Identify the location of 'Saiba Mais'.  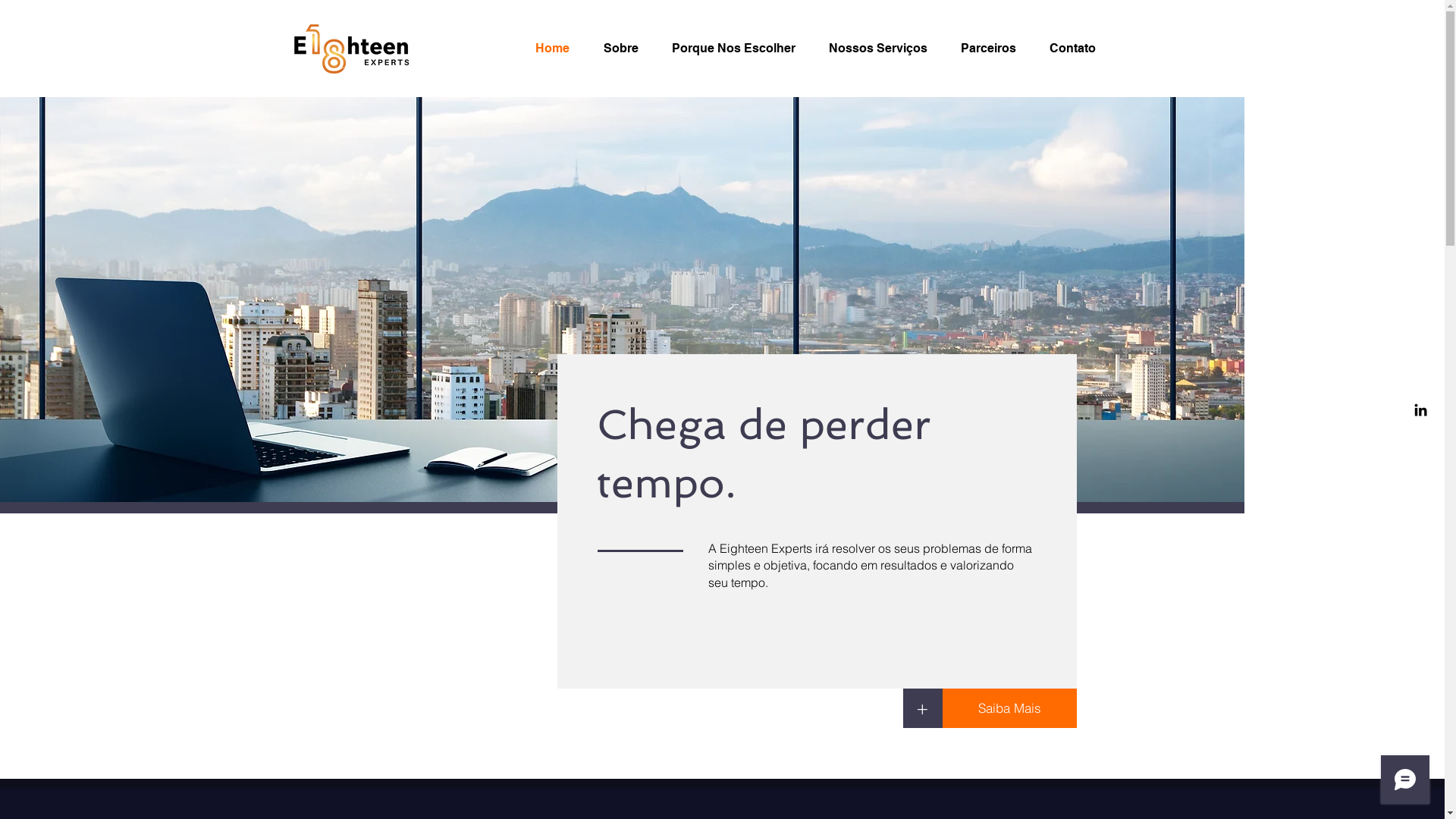
(1009, 708).